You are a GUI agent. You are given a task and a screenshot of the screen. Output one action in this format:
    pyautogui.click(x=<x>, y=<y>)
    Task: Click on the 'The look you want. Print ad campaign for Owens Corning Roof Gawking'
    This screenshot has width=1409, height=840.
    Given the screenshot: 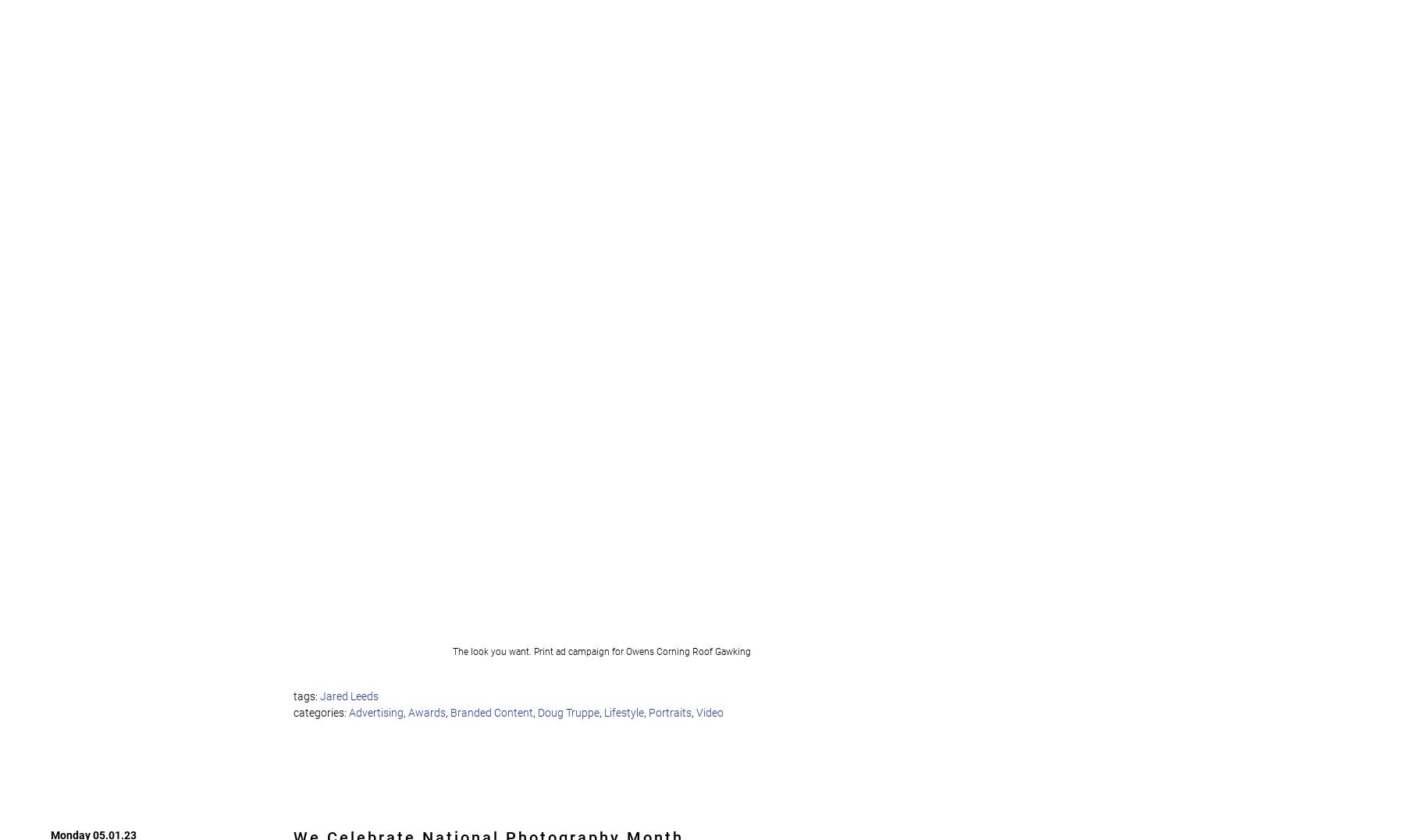 What is the action you would take?
    pyautogui.click(x=603, y=650)
    